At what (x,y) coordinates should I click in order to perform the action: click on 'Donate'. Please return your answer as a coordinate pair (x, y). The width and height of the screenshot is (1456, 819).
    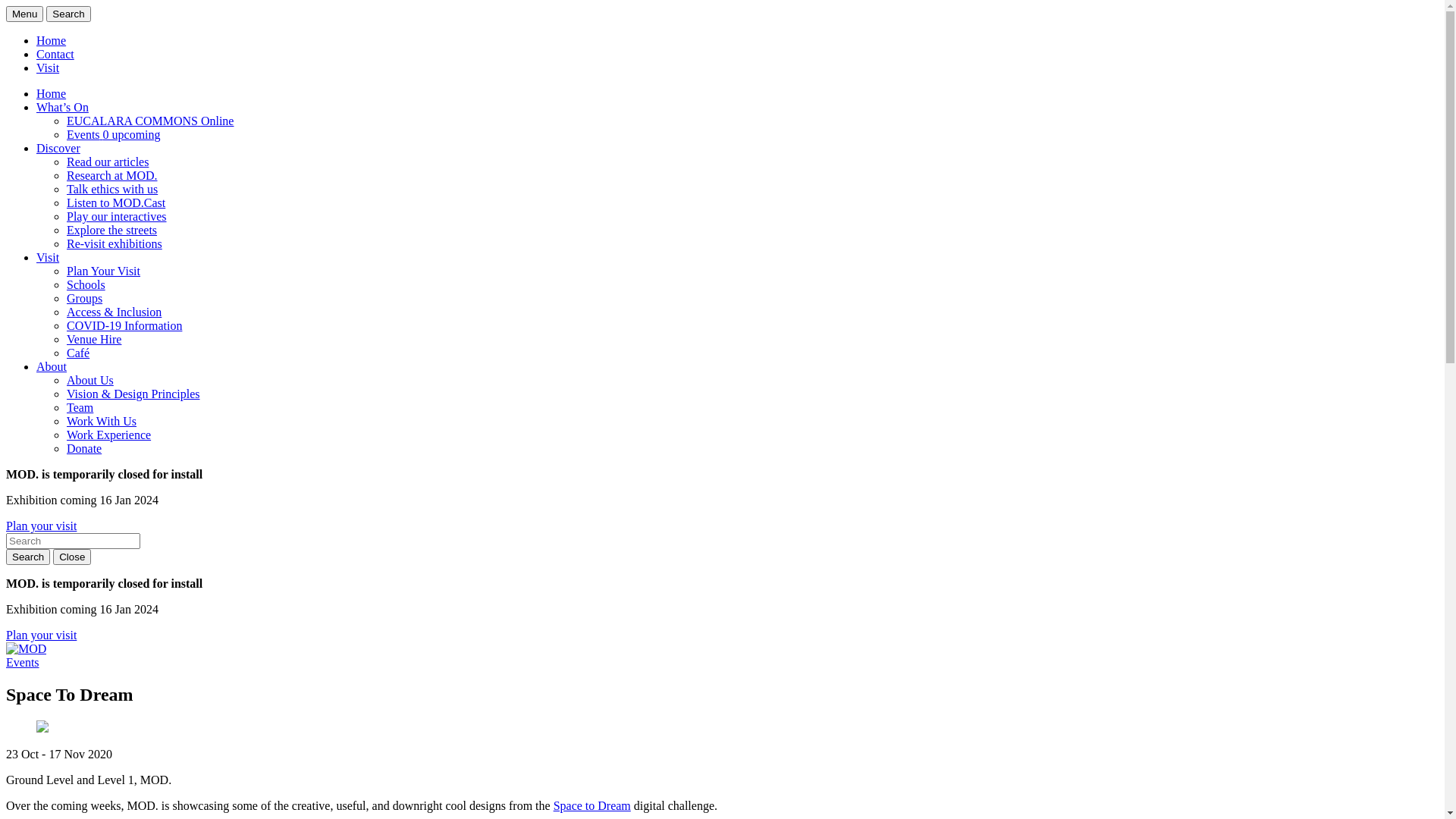
    Looking at the image, I should click on (83, 447).